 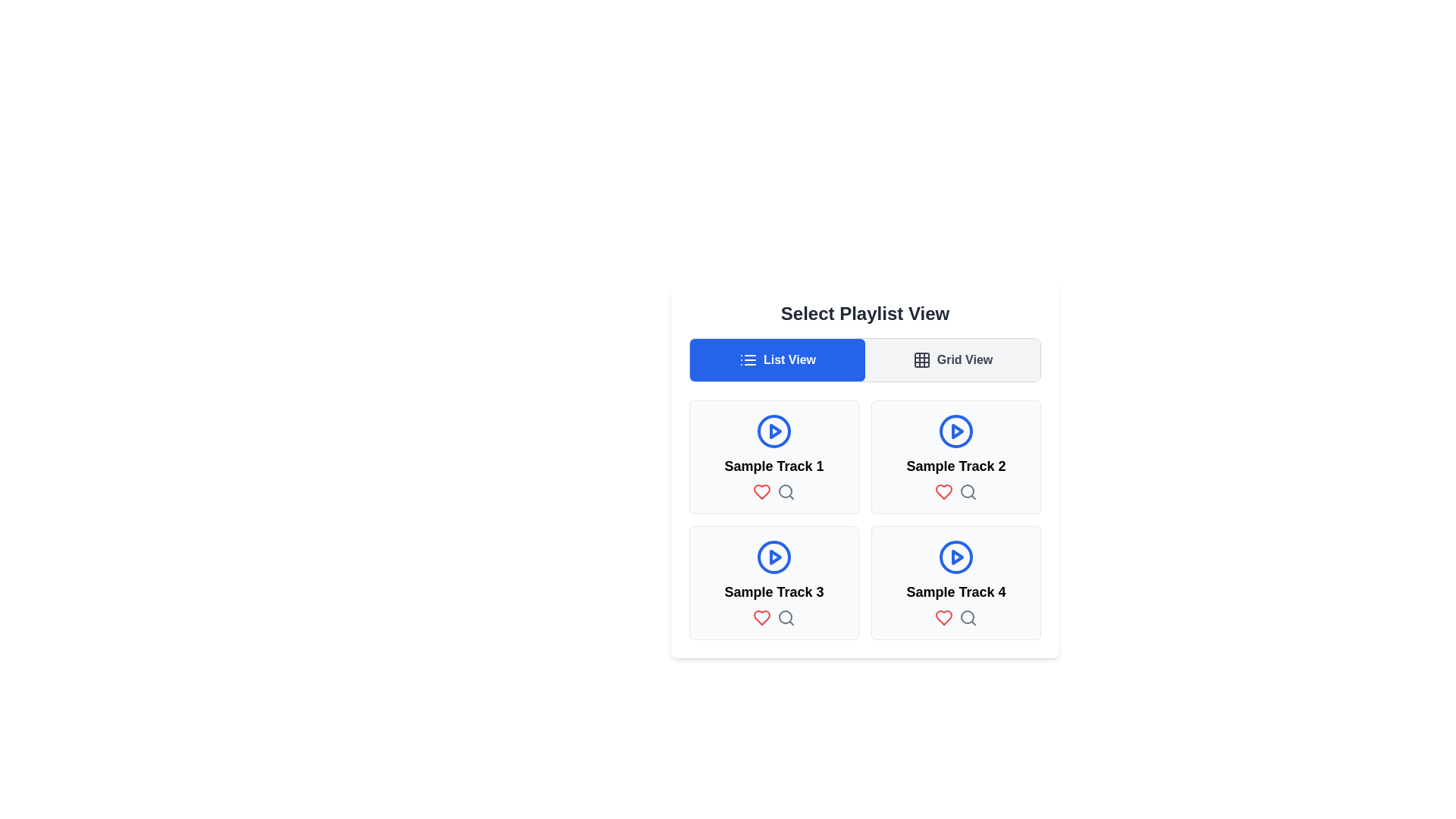 I want to click on the 'favorite' button, which is the leftmost icon in the group of icons underneath 'Sample Track 2', to trigger possible visual feedback, so click(x=943, y=491).